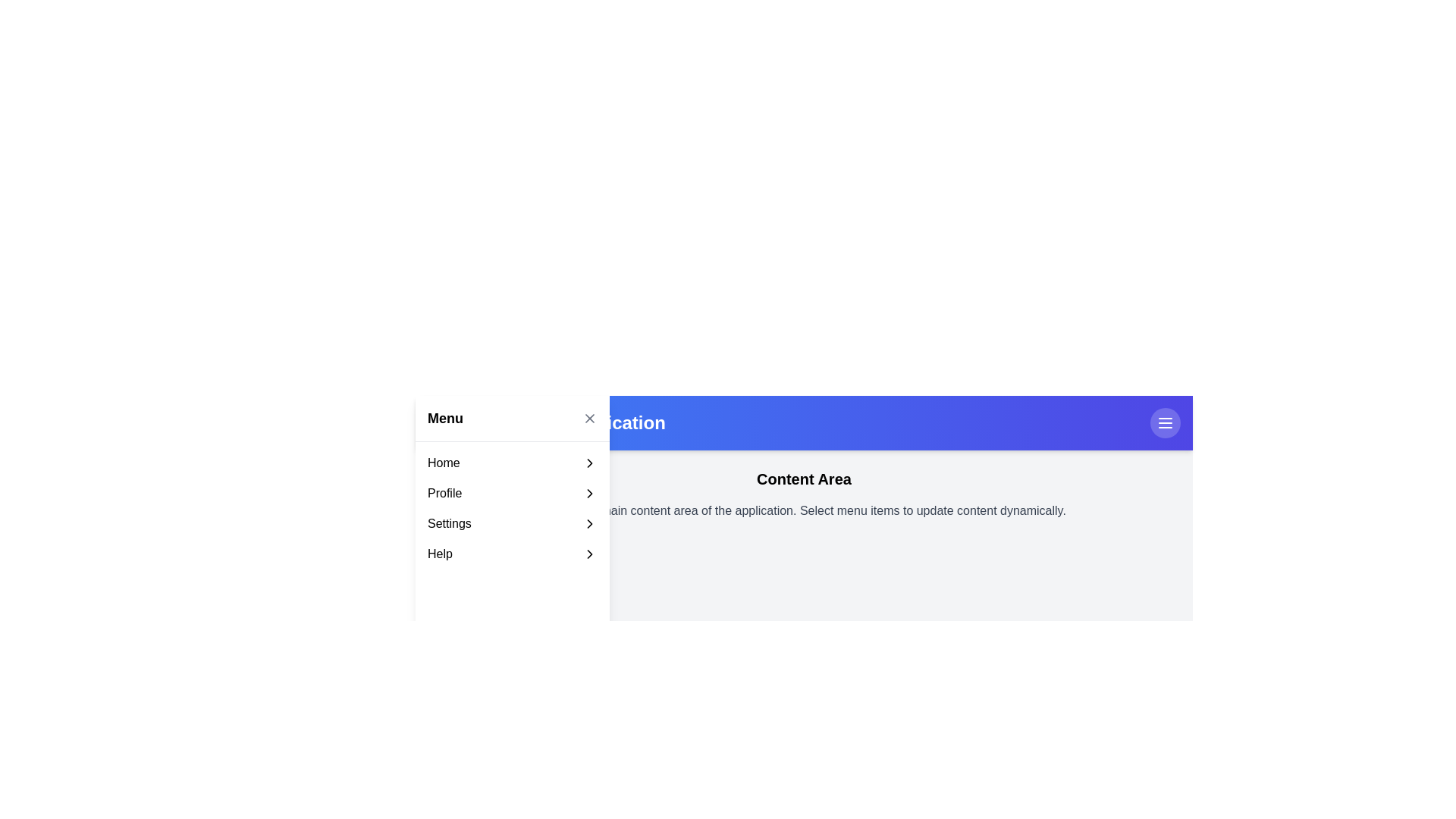 This screenshot has width=1456, height=819. I want to click on the button, so click(1164, 423).